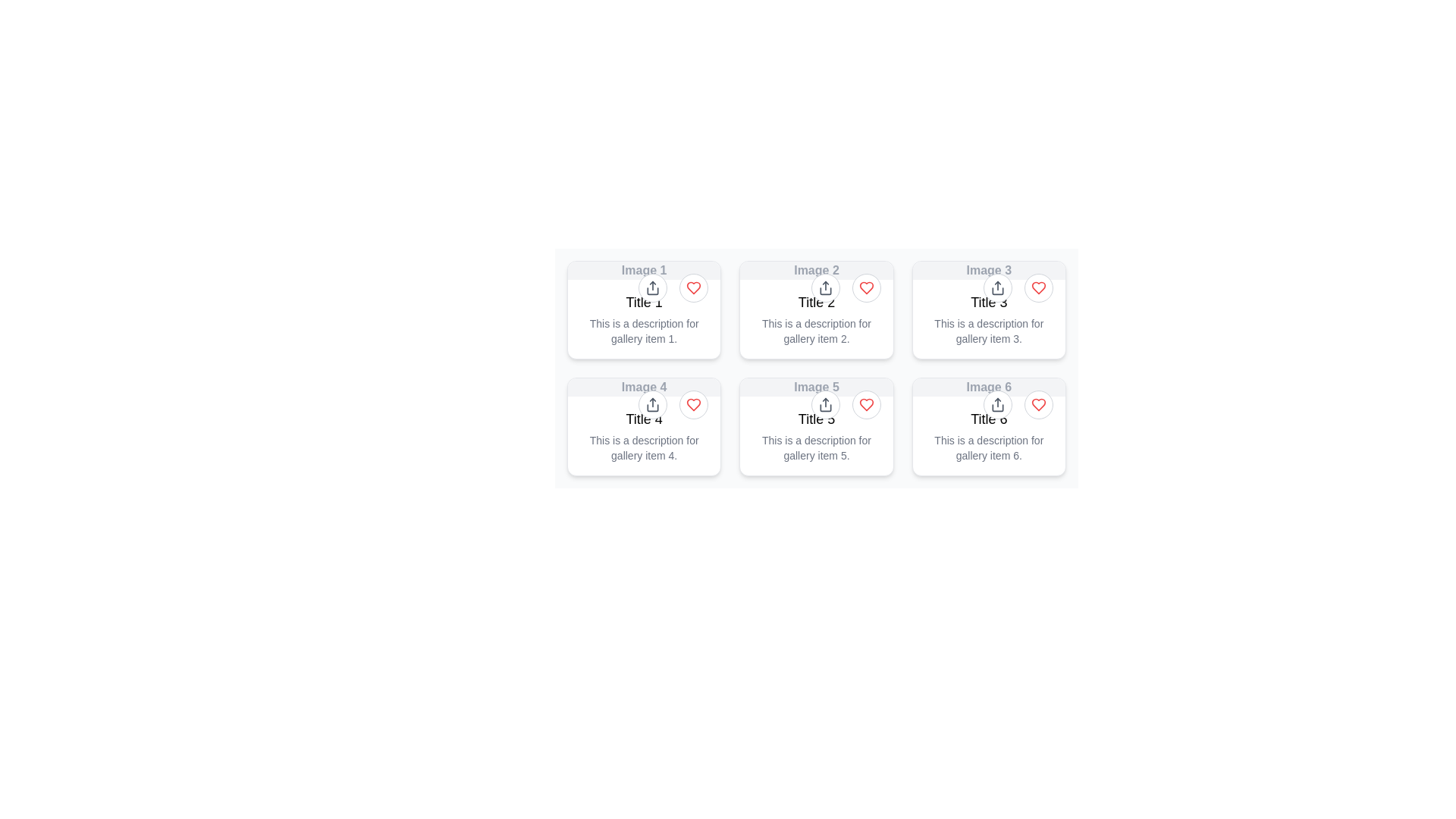  What do you see at coordinates (815, 447) in the screenshot?
I see `description text located beneath 'Title 5' in the fifth card of the grid layout` at bounding box center [815, 447].